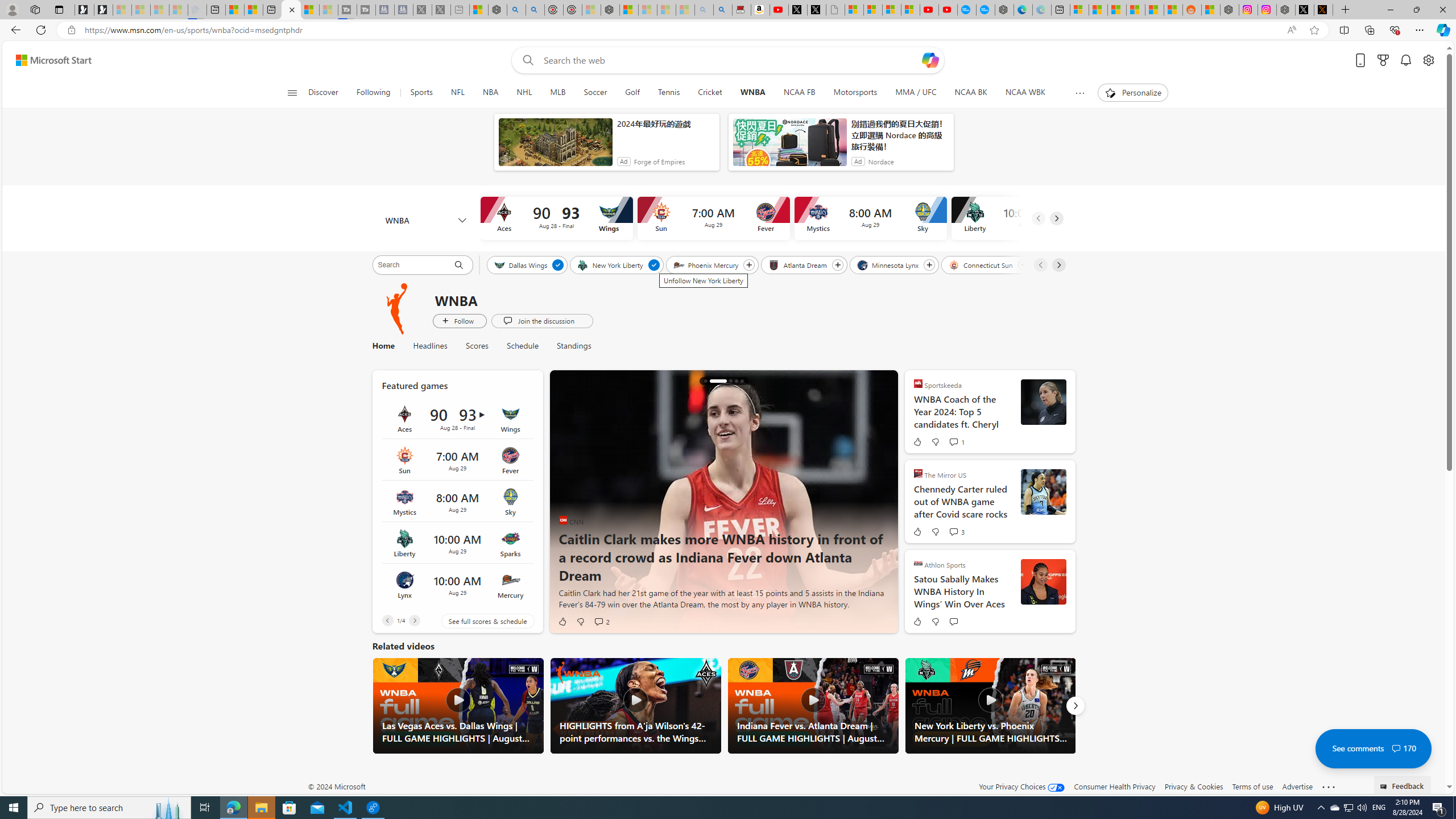 The height and width of the screenshot is (819, 1456). I want to click on 'Shanghai, China hourly forecast | Microsoft Weather', so click(1116, 9).